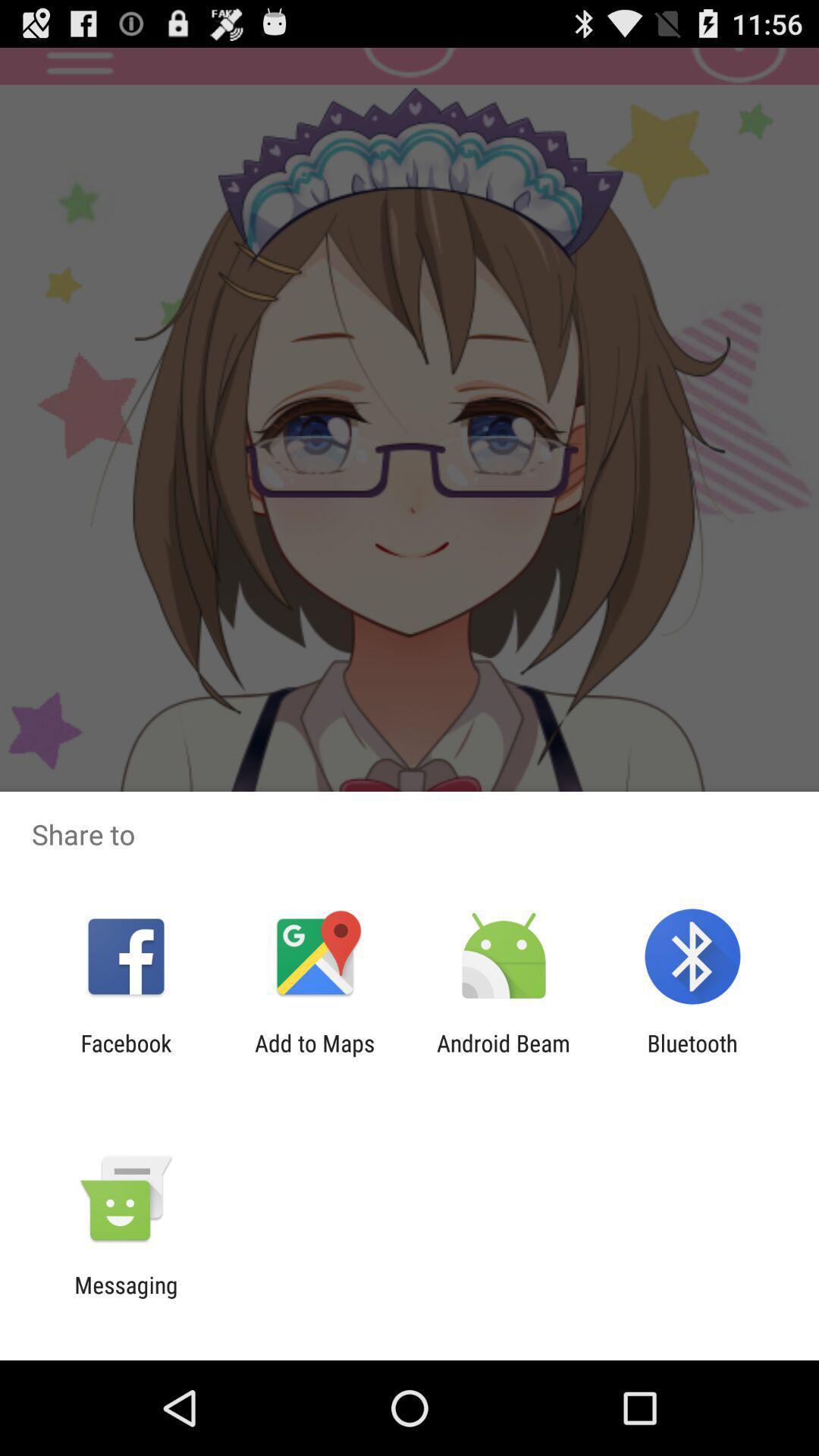 This screenshot has height=1456, width=819. Describe the element at coordinates (314, 1056) in the screenshot. I see `the add to maps icon` at that location.